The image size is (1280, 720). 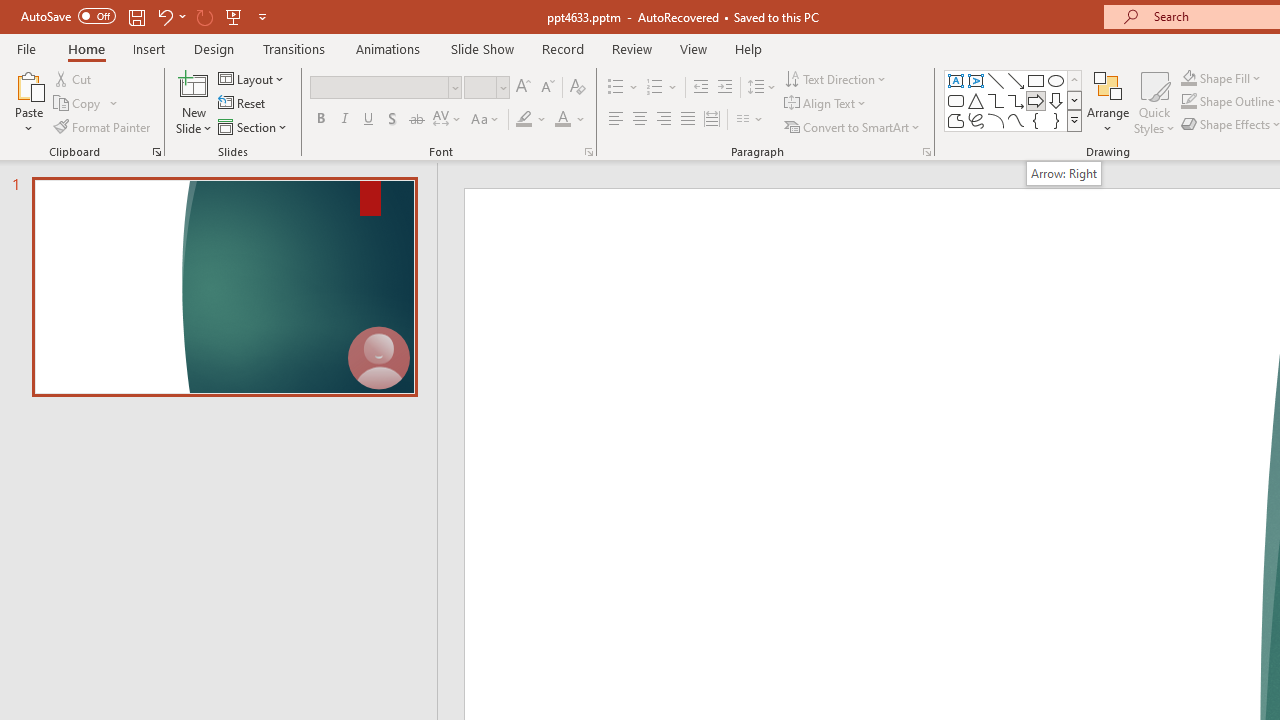 What do you see at coordinates (251, 78) in the screenshot?
I see `'Layout'` at bounding box center [251, 78].